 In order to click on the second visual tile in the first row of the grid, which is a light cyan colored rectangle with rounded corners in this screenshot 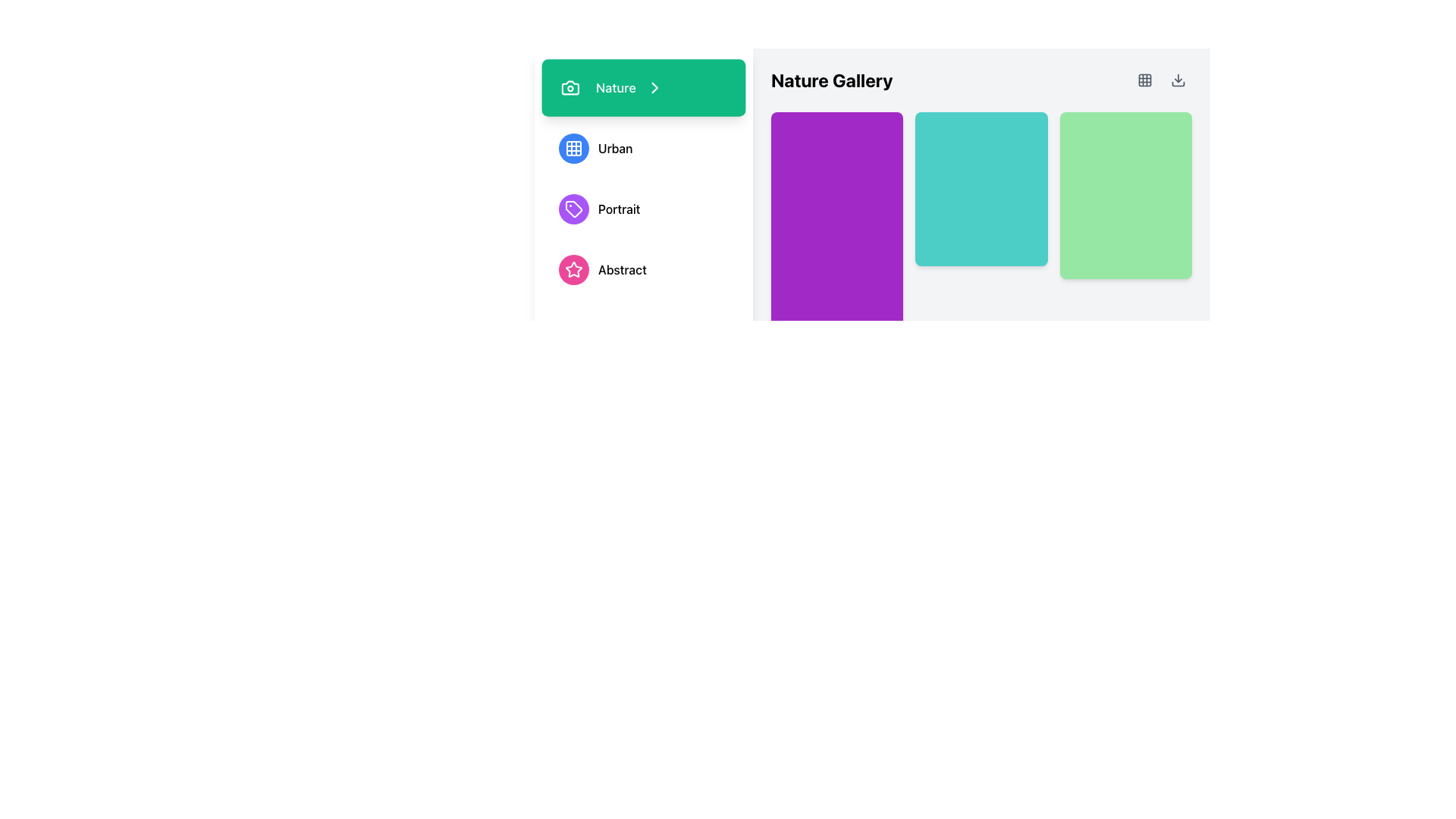, I will do `click(981, 188)`.